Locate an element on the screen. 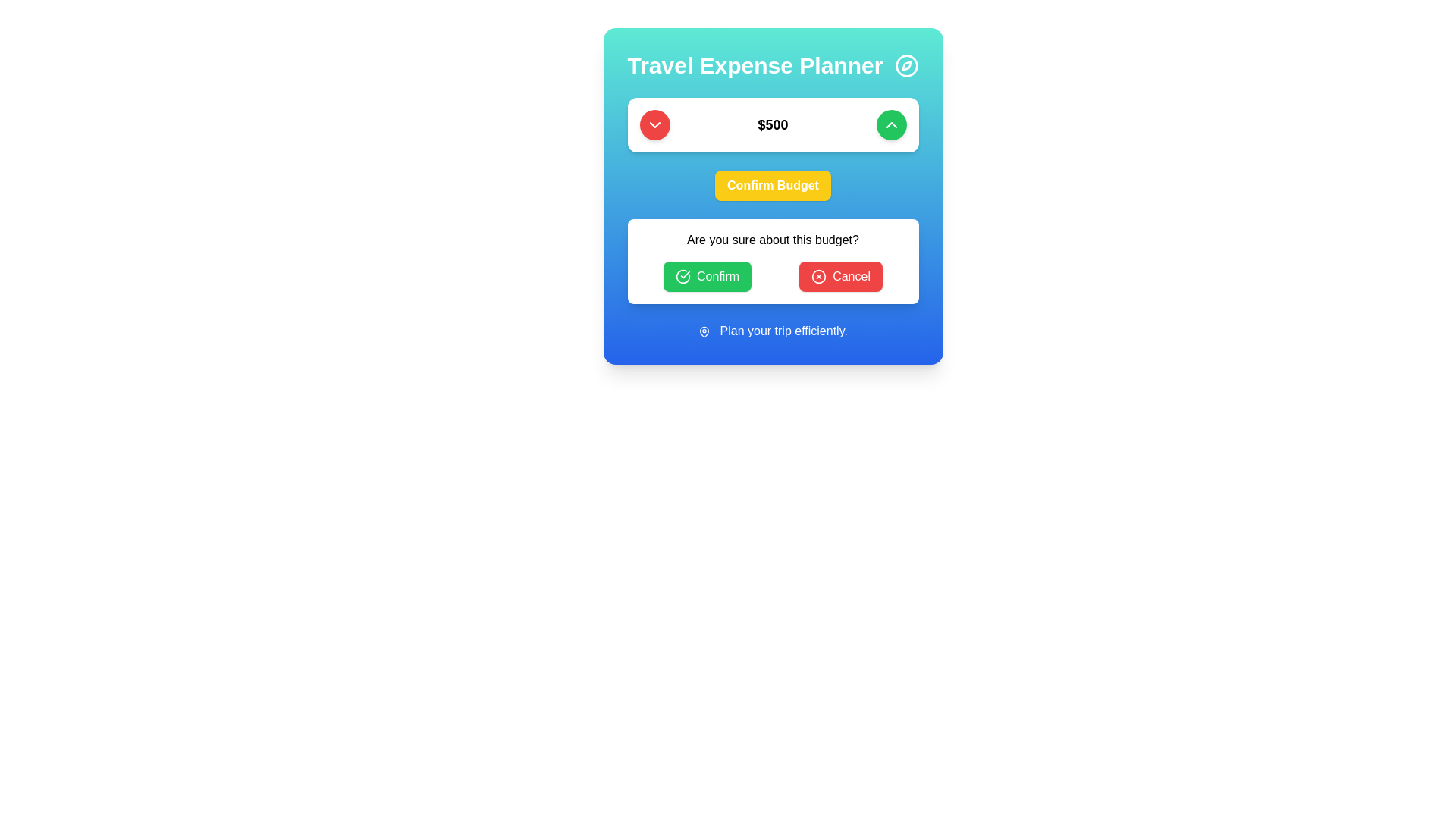 This screenshot has height=819, width=1456. the green rectangular 'Confirm' button with rounded corners and a checkmark icon to confirm the action is located at coordinates (706, 277).